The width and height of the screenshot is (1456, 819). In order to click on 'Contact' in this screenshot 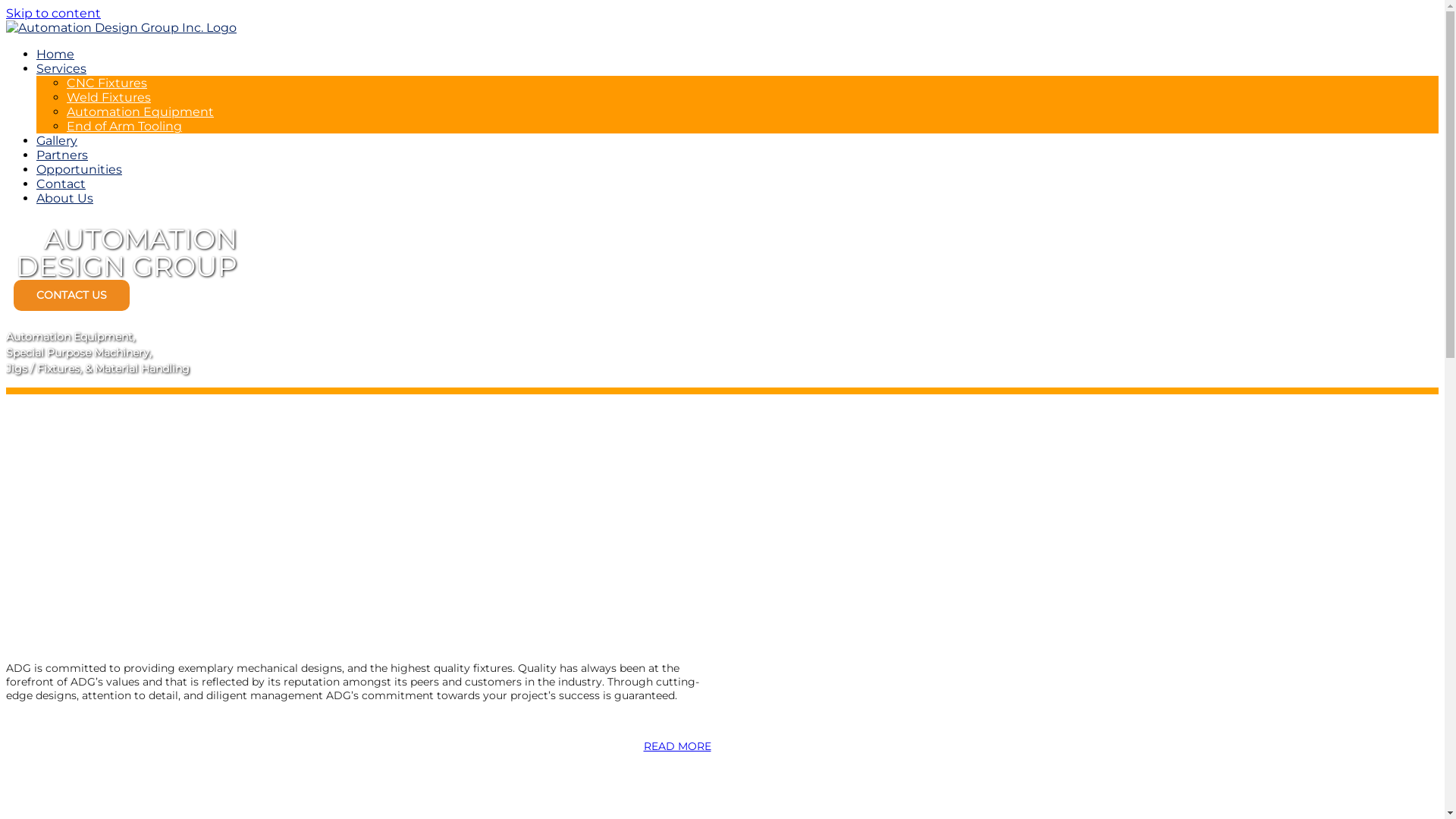, I will do `click(61, 183)`.